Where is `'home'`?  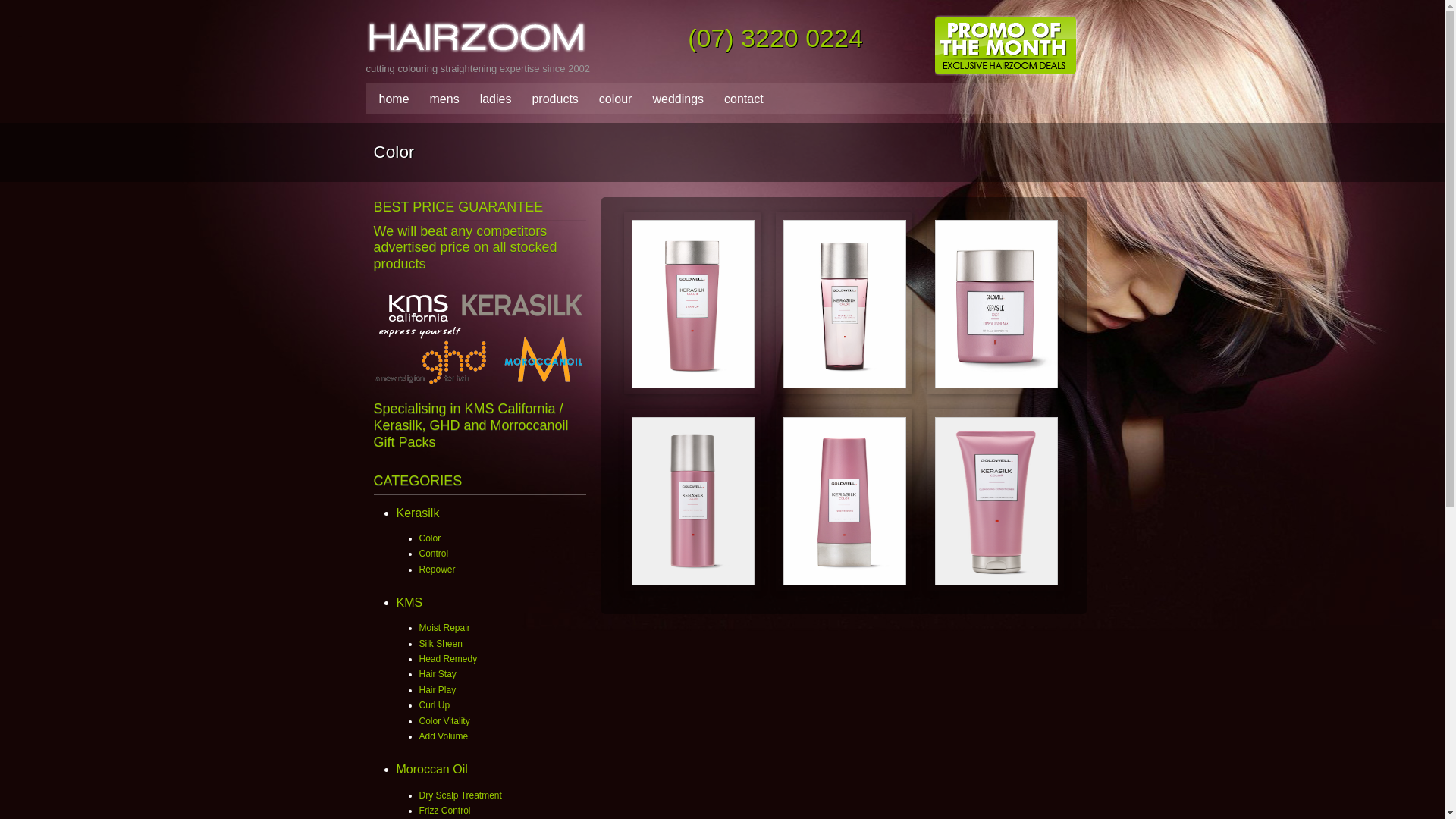 'home' is located at coordinates (390, 99).